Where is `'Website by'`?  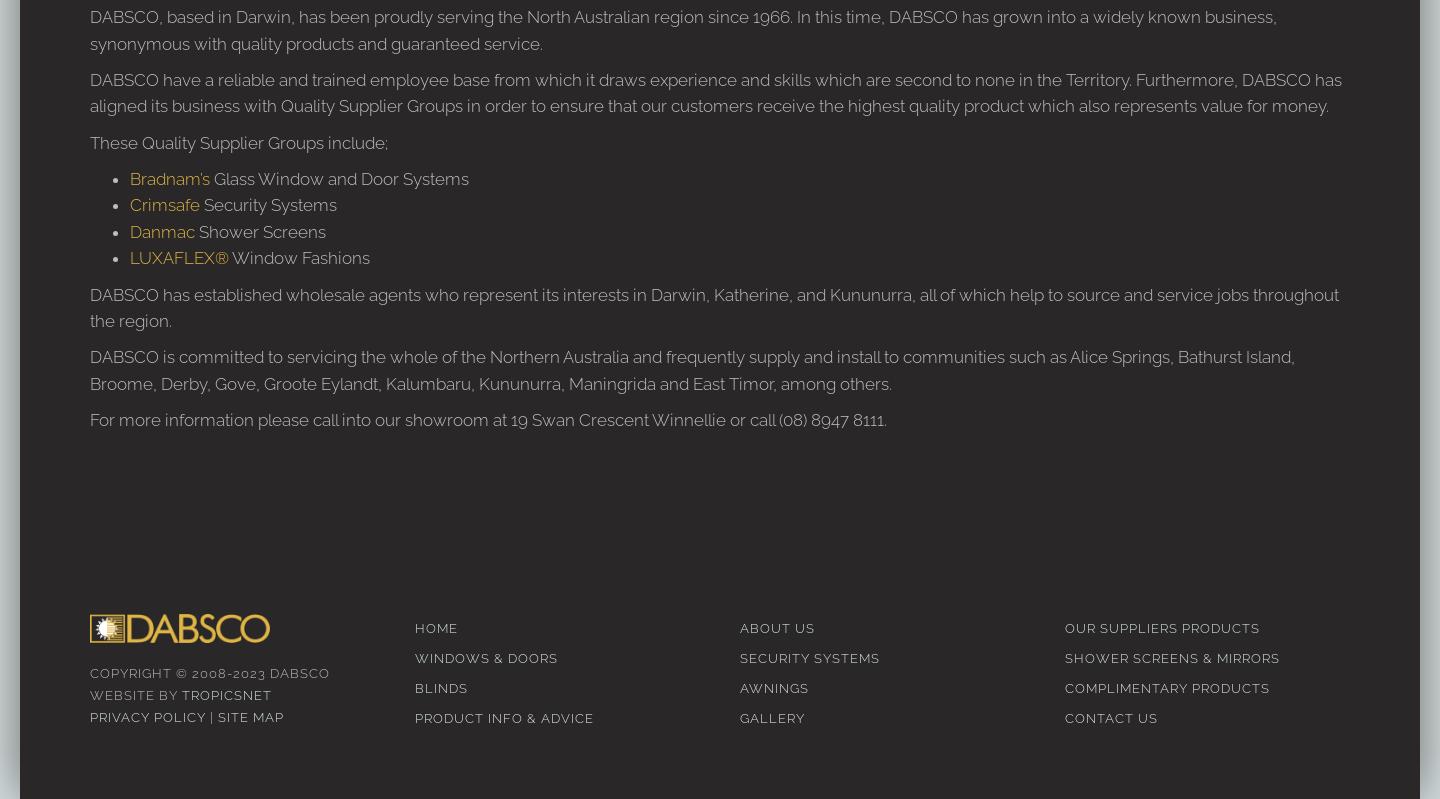
'Website by' is located at coordinates (134, 695).